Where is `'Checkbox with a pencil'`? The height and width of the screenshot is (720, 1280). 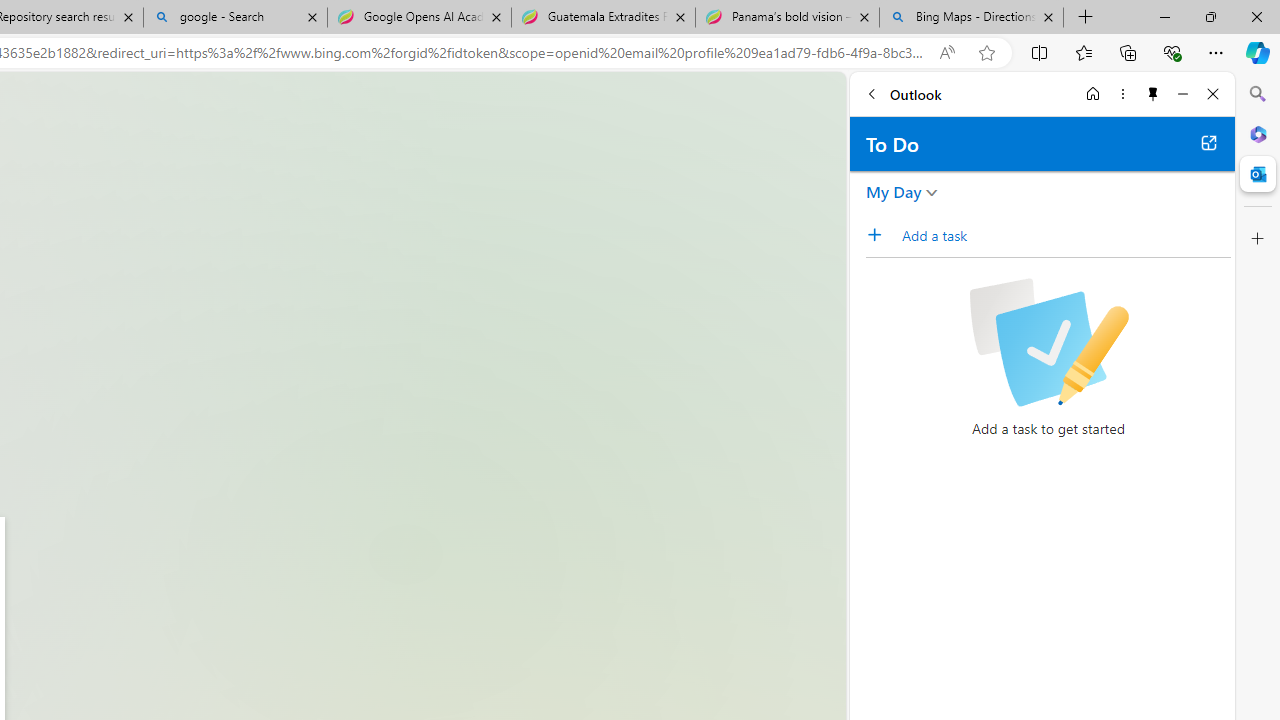
'Checkbox with a pencil' is located at coordinates (1047, 342).